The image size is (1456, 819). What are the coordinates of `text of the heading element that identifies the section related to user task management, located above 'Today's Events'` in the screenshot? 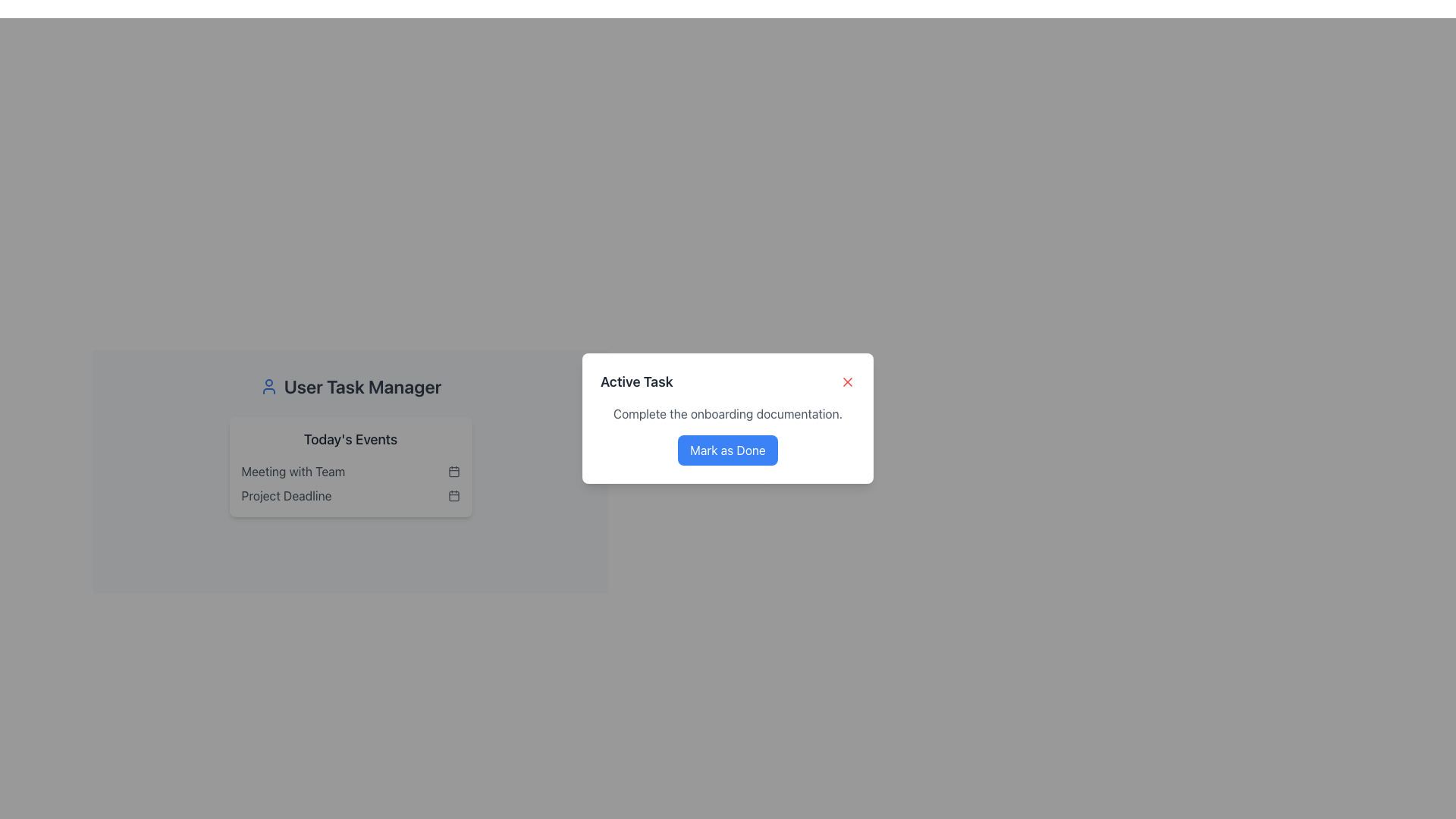 It's located at (350, 385).